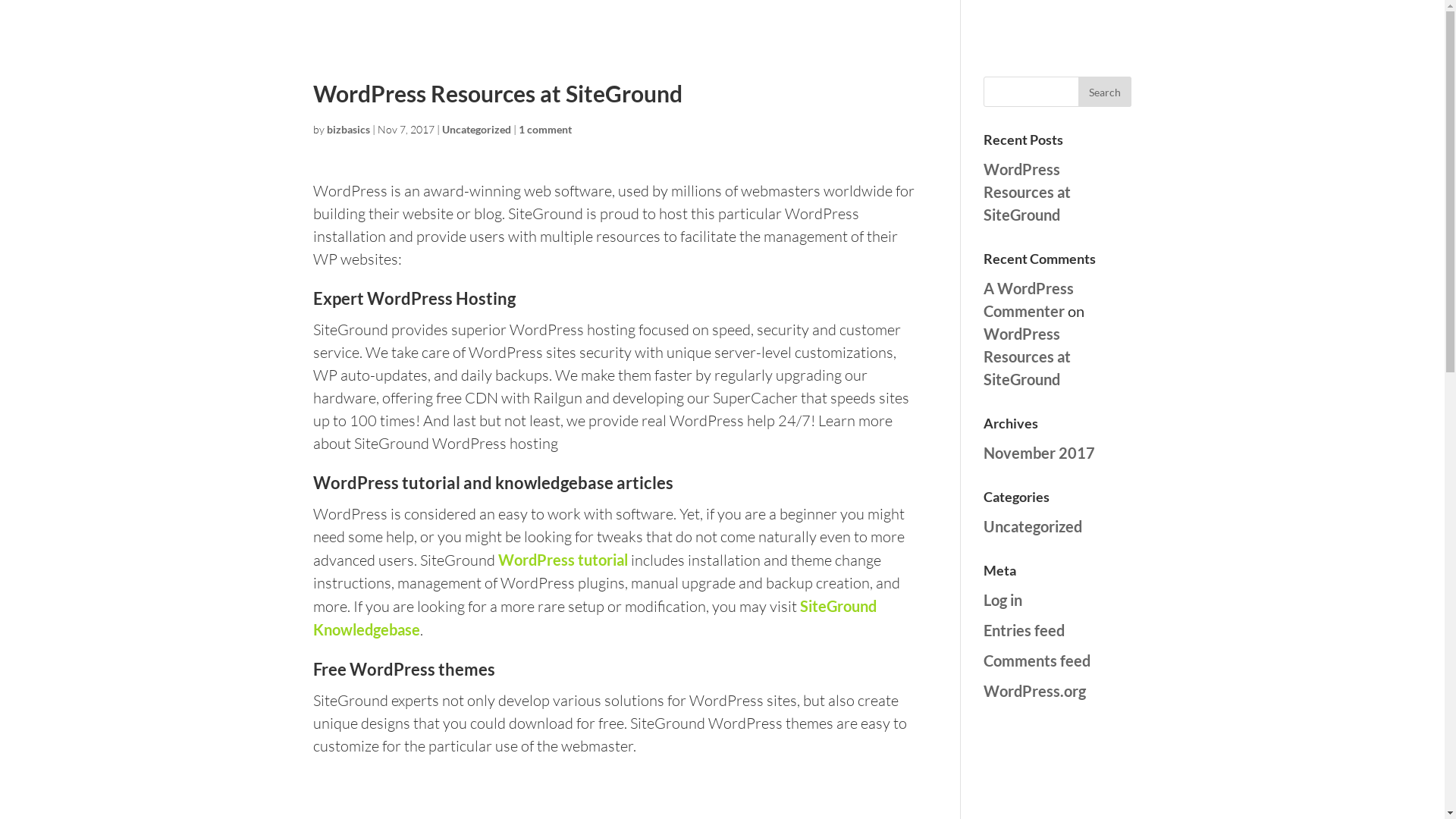  What do you see at coordinates (440, 298) in the screenshot?
I see `'WordPress Hosting'` at bounding box center [440, 298].